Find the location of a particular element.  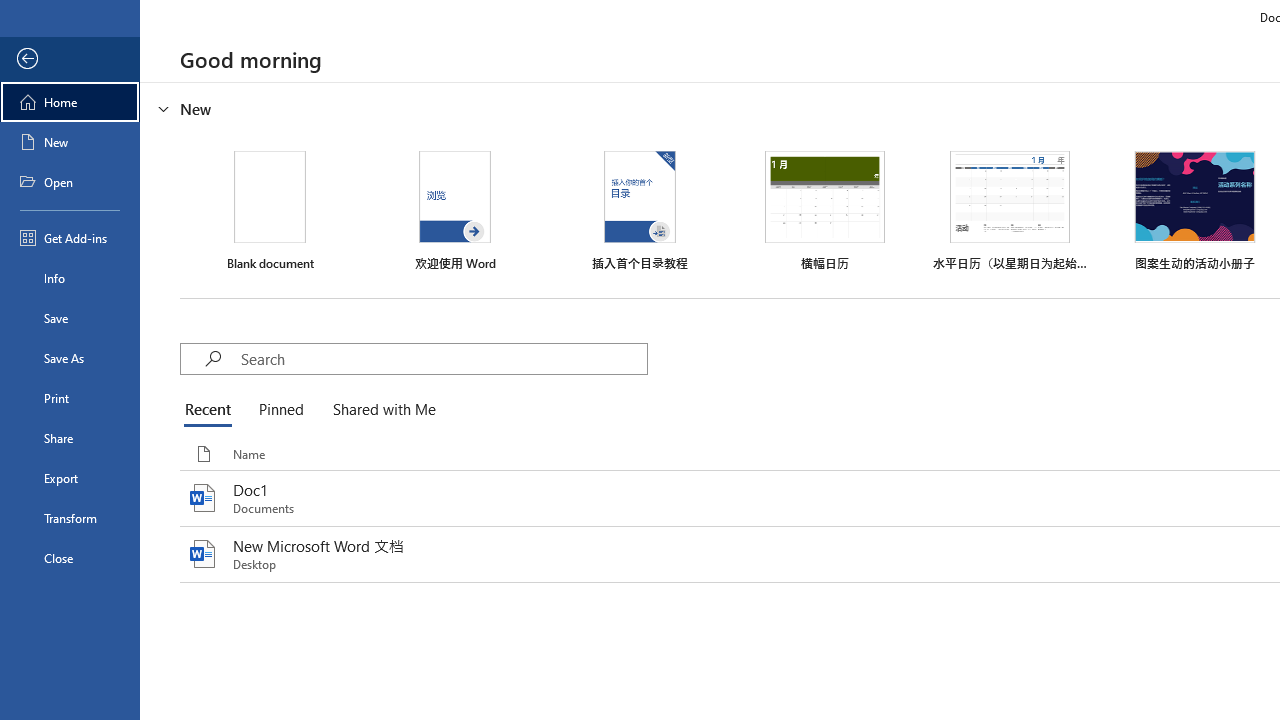

'Share' is located at coordinates (69, 437).